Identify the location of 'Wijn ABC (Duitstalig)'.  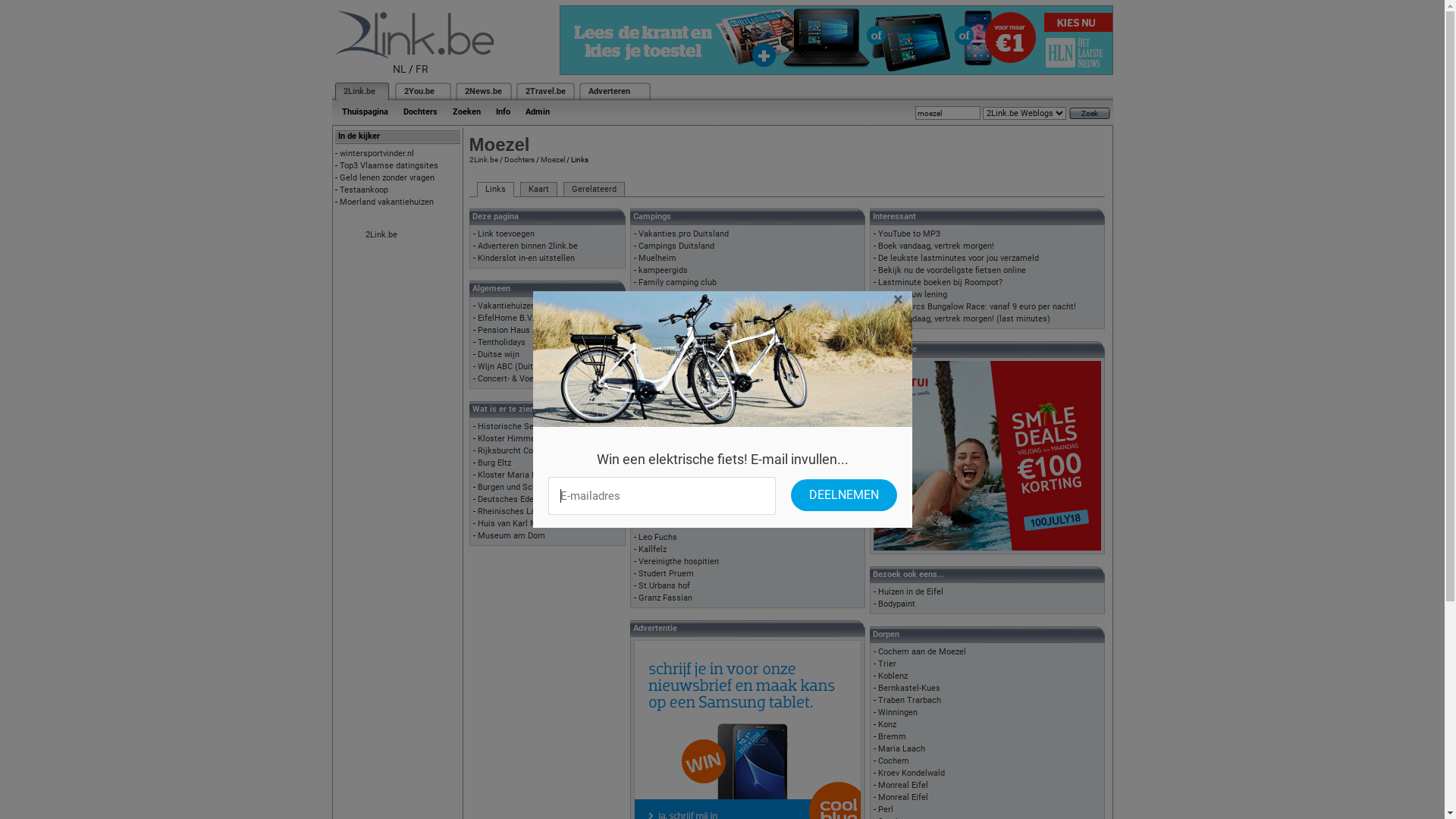
(517, 366).